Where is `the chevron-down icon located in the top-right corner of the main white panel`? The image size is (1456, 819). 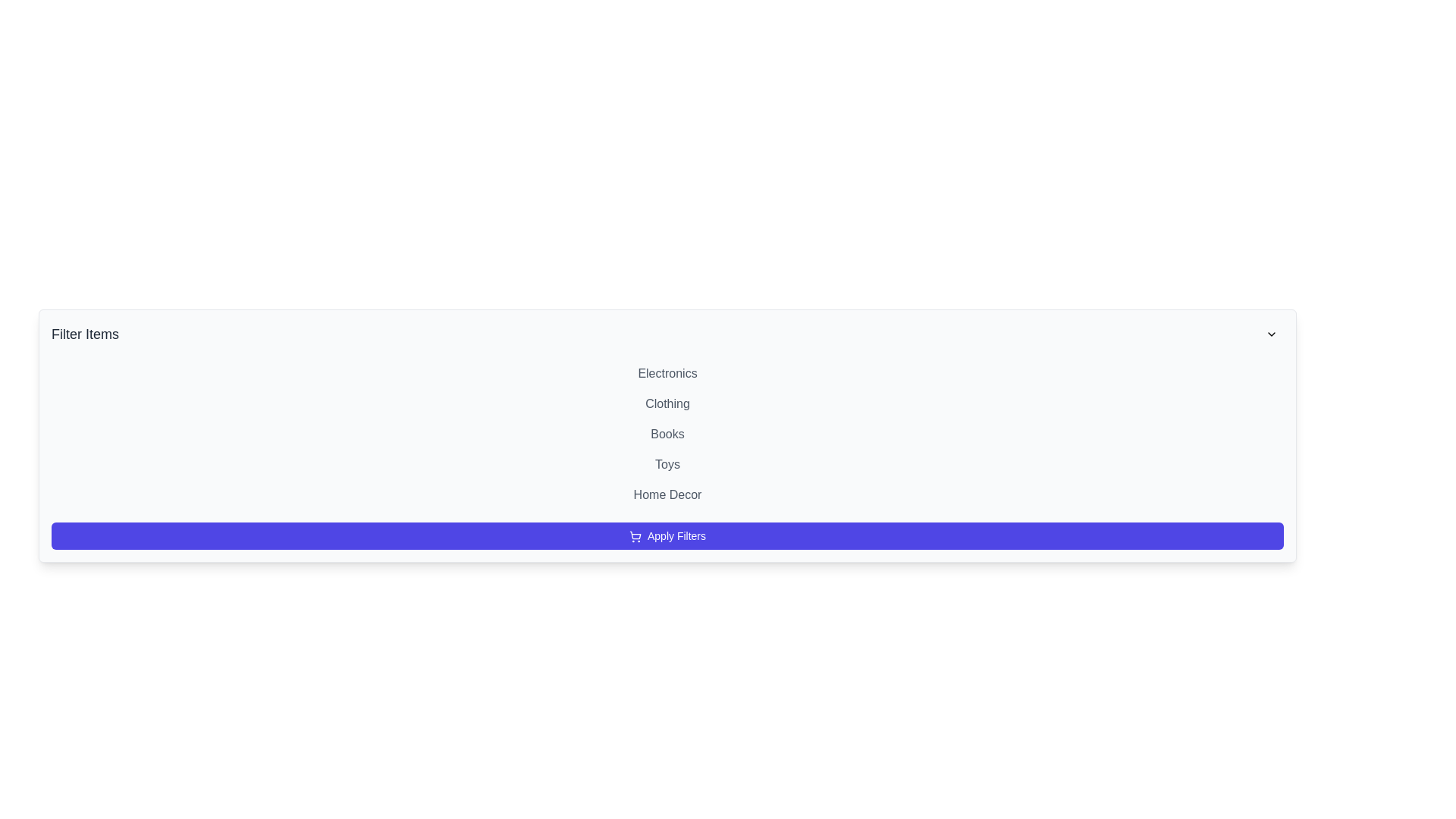 the chevron-down icon located in the top-right corner of the main white panel is located at coordinates (1271, 333).